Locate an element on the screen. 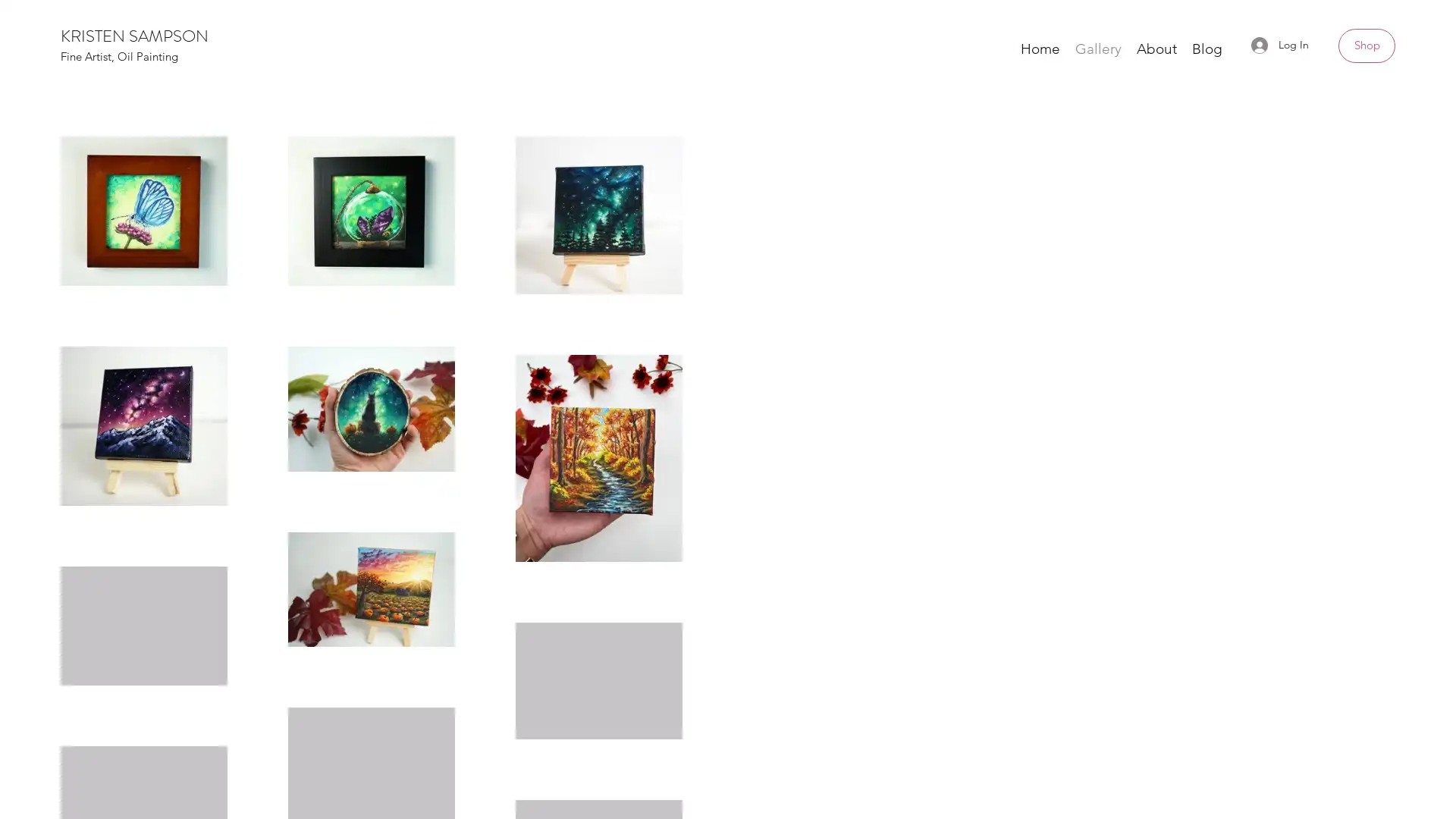  Log In is located at coordinates (1279, 44).